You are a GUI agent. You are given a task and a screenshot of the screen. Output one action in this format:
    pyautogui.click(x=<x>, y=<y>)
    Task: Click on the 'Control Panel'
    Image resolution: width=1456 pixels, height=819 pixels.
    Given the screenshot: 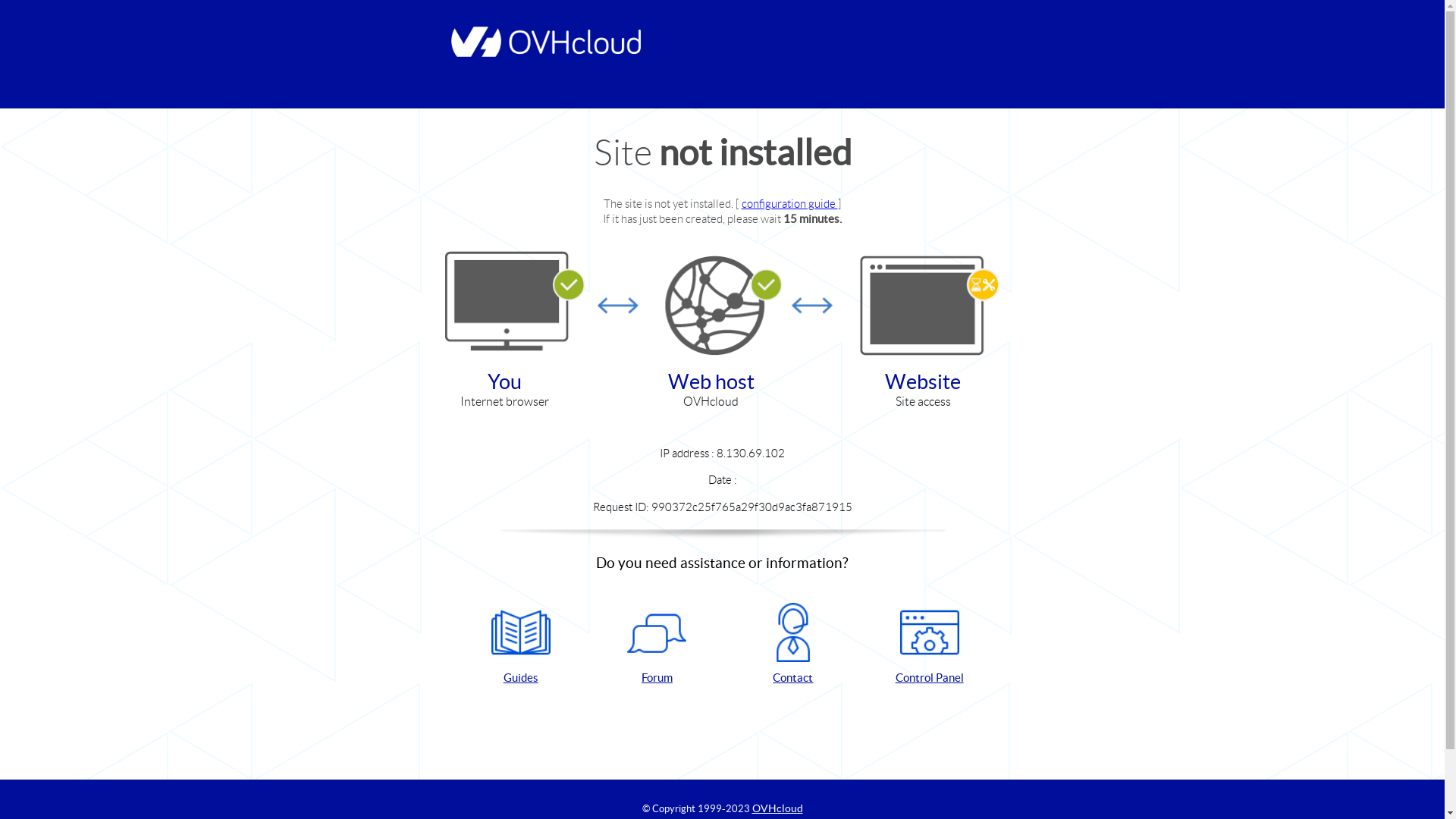 What is the action you would take?
    pyautogui.click(x=928, y=644)
    